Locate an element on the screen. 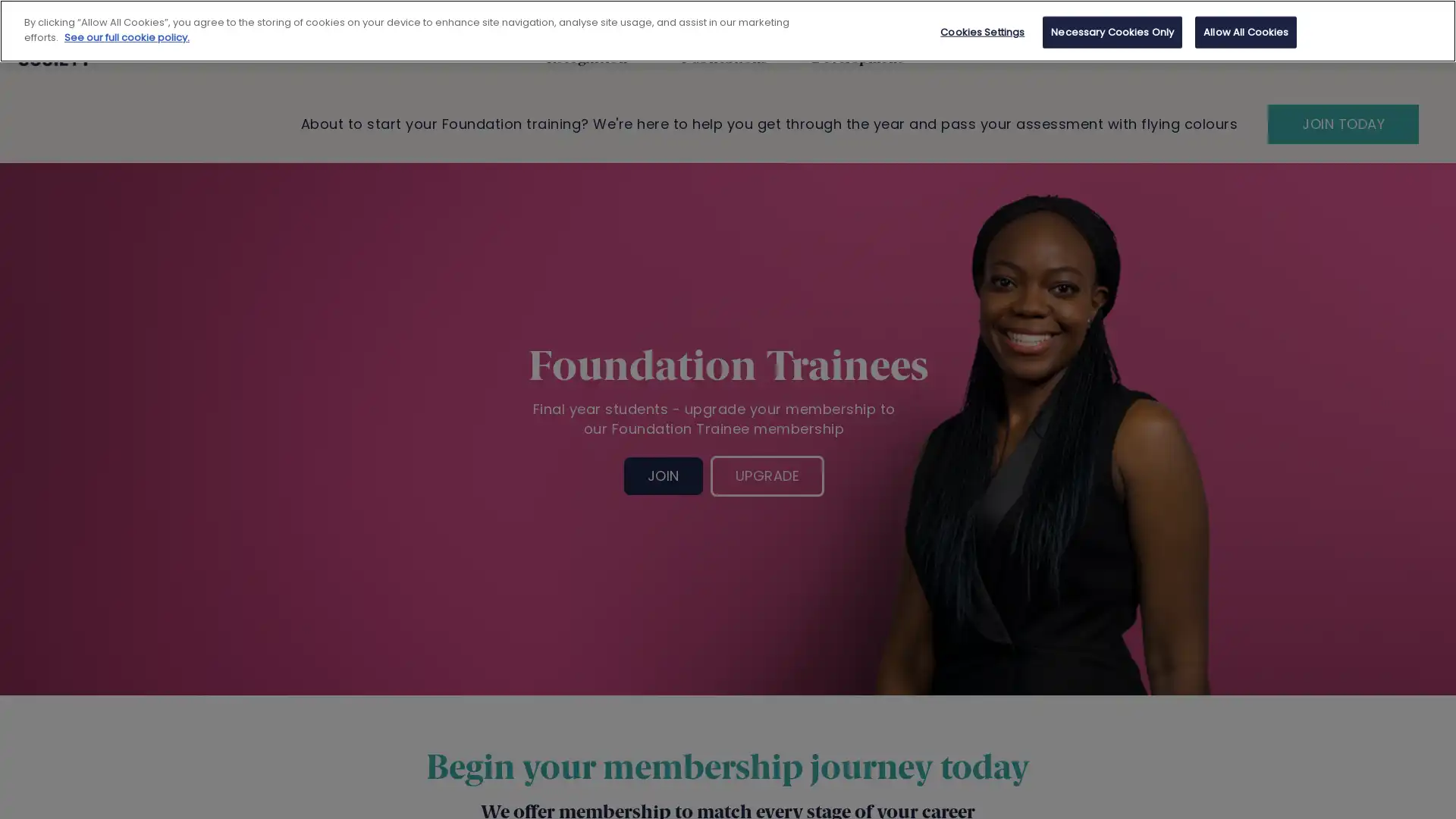 The image size is (1456, 819). Cookies Settings is located at coordinates (982, 32).